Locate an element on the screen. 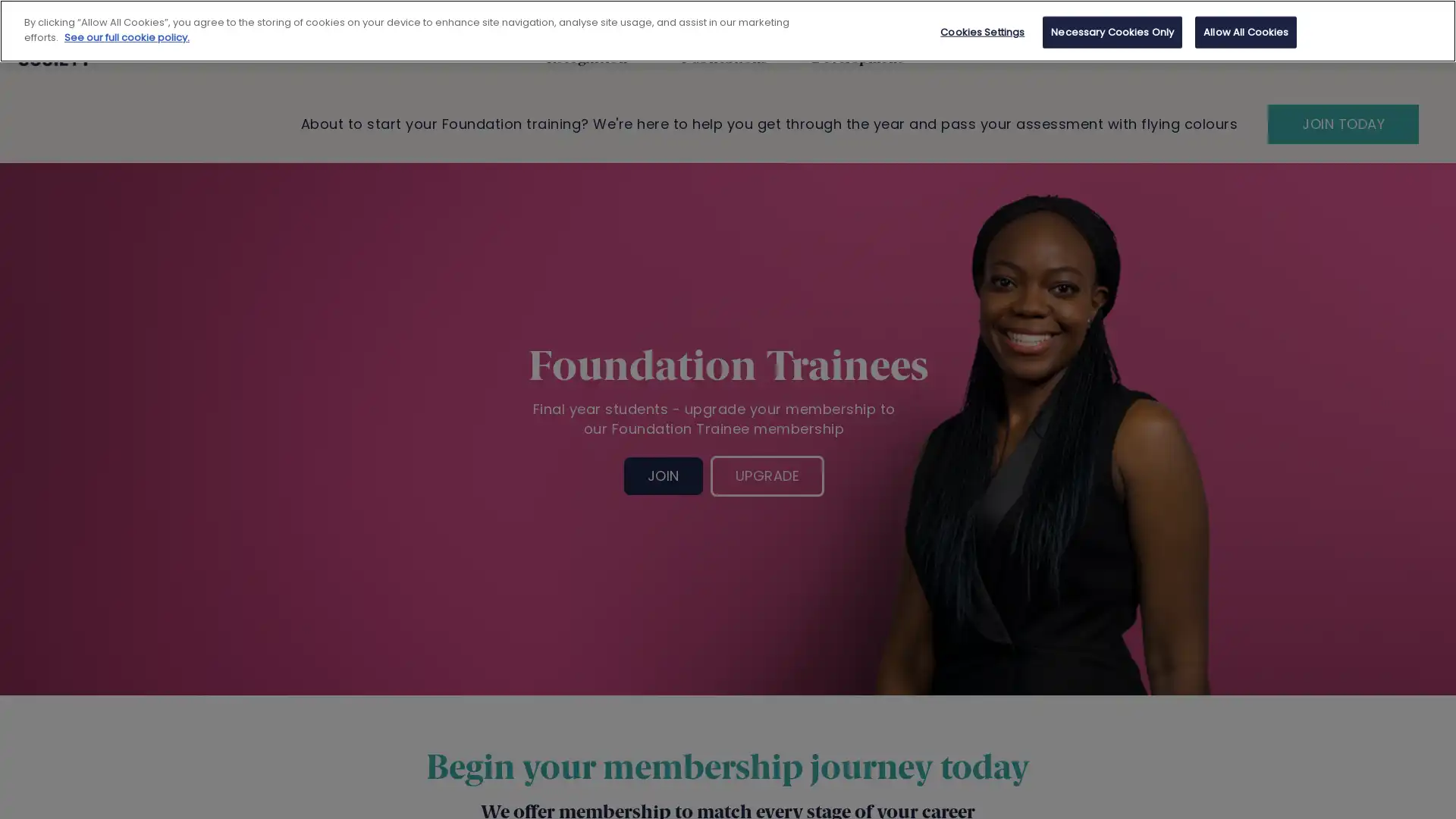 The image size is (1456, 819). Cookies Settings is located at coordinates (982, 32).